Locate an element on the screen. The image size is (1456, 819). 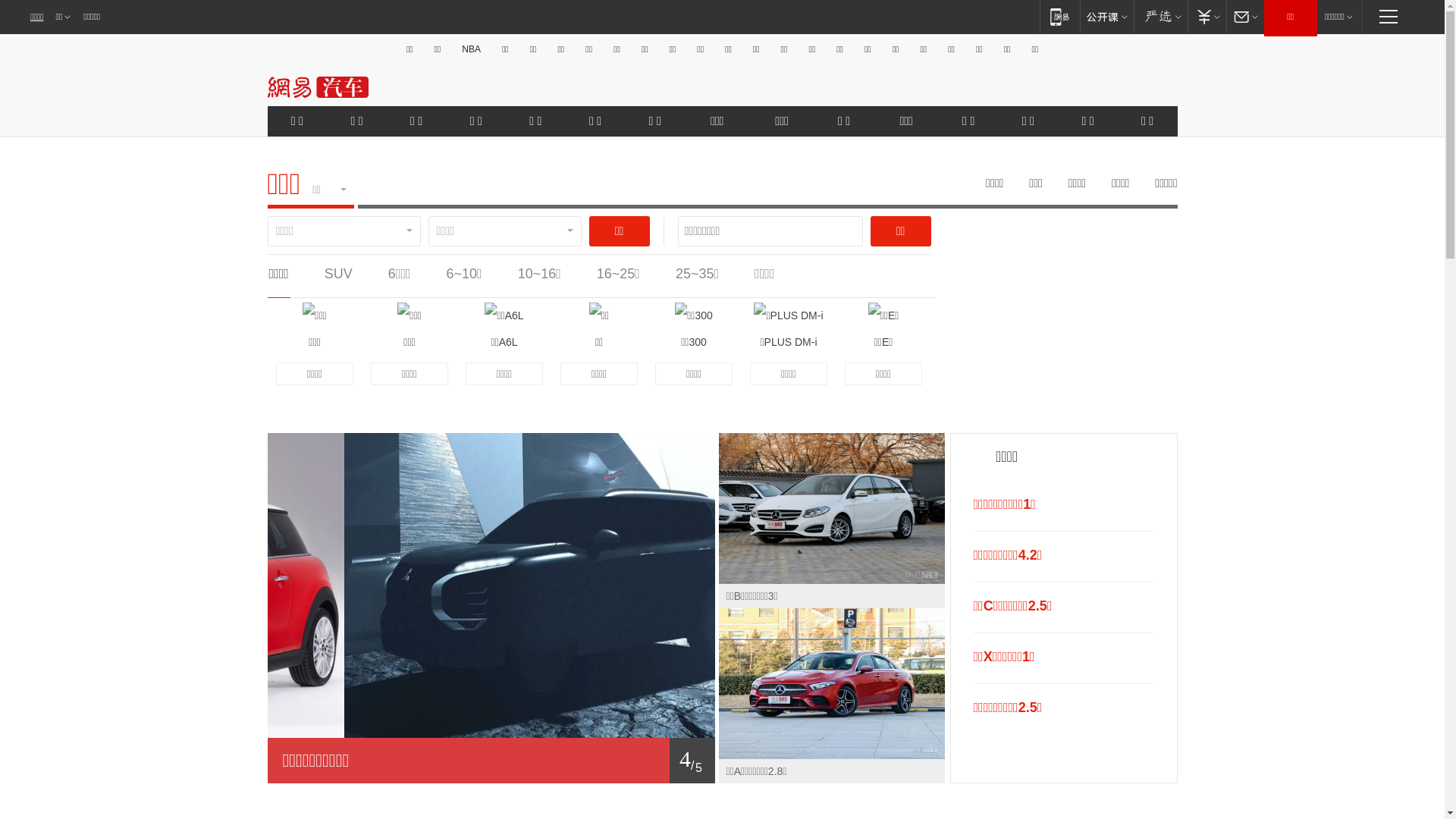
'NBA' is located at coordinates (470, 49).